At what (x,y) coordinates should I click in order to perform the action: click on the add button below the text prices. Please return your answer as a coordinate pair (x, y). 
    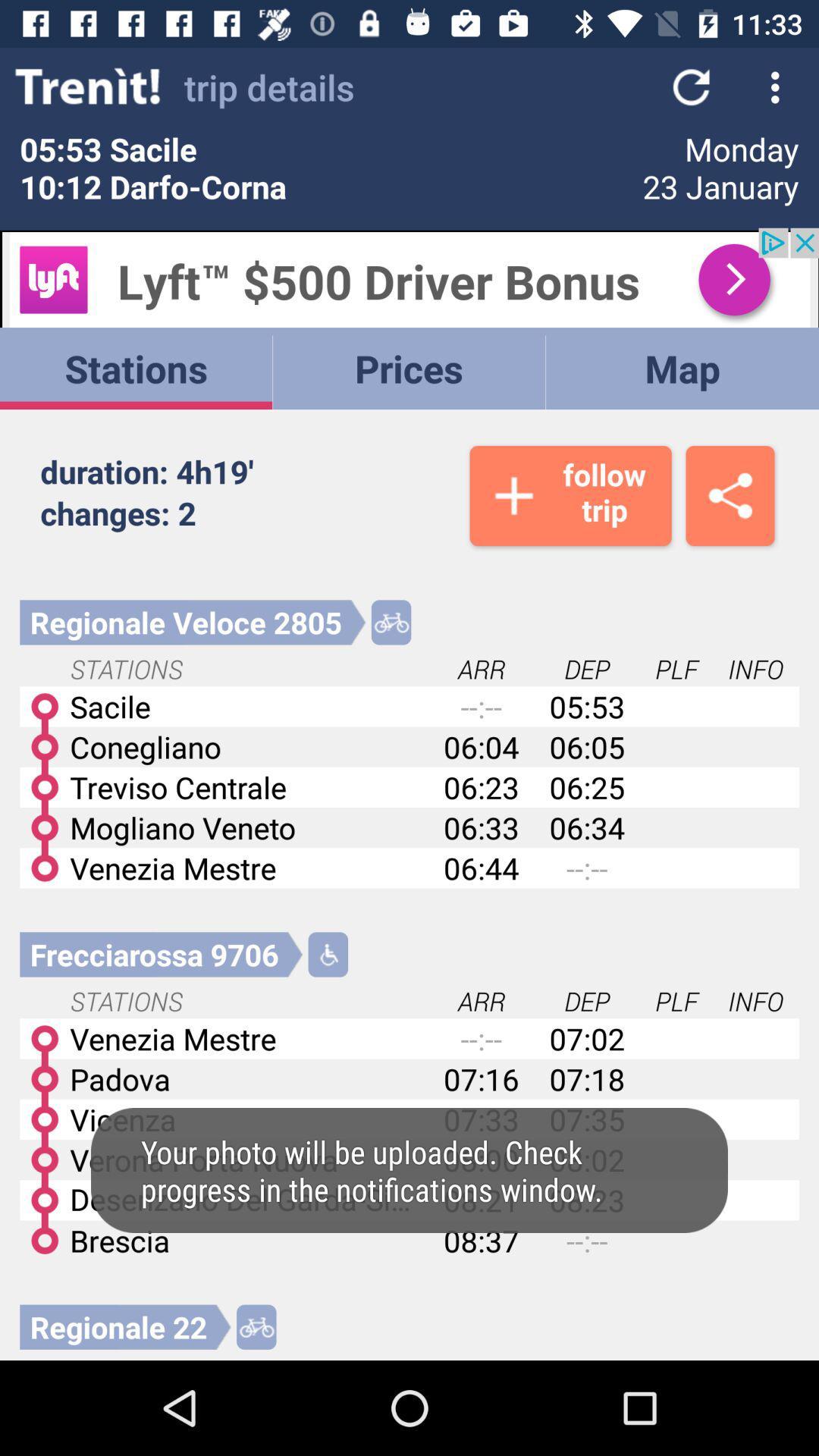
    Looking at the image, I should click on (570, 495).